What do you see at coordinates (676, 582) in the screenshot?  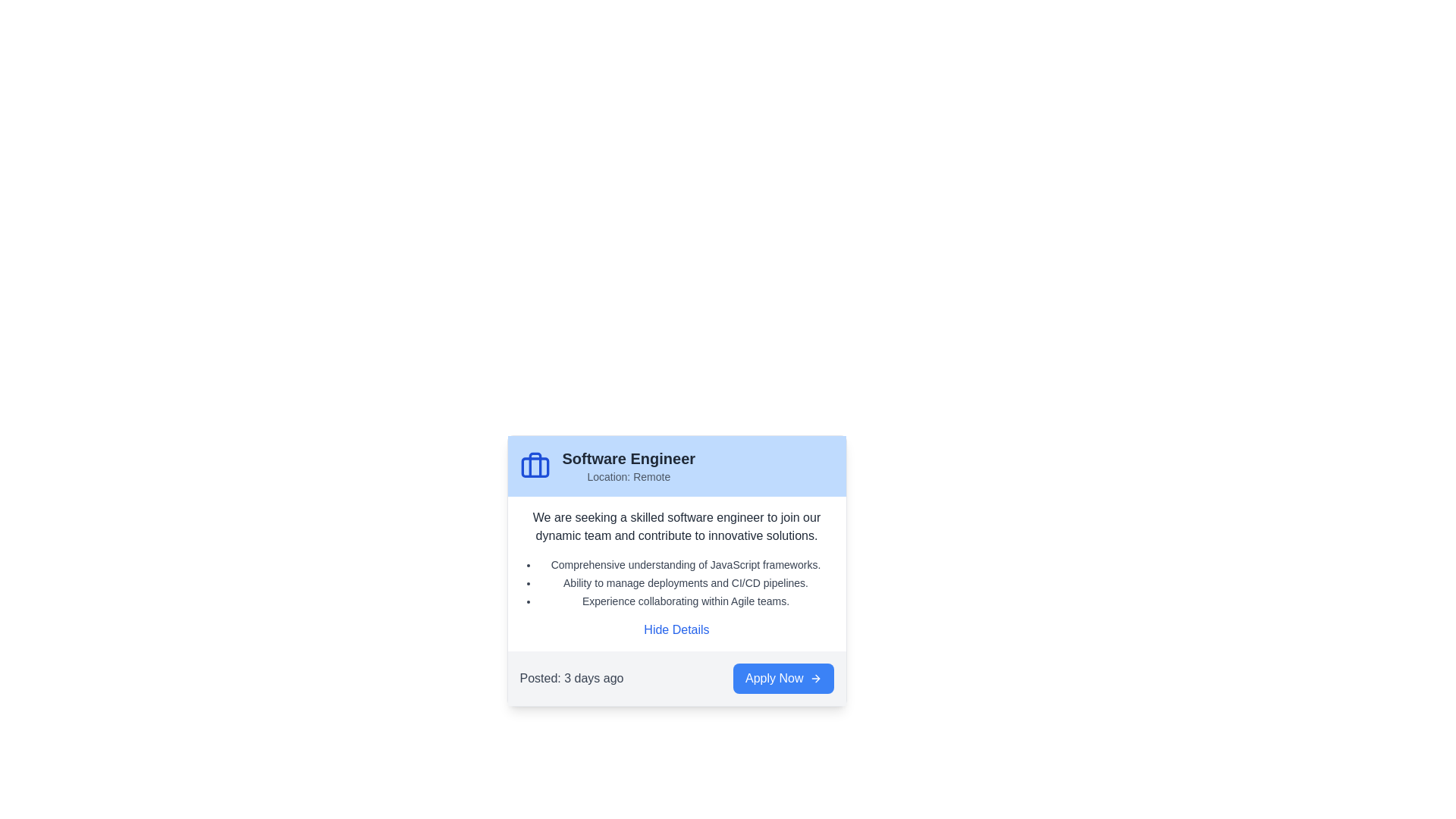 I see `text from the vertically listed series of bullet points in the card interface section, which describes technical skills and experience` at bounding box center [676, 582].